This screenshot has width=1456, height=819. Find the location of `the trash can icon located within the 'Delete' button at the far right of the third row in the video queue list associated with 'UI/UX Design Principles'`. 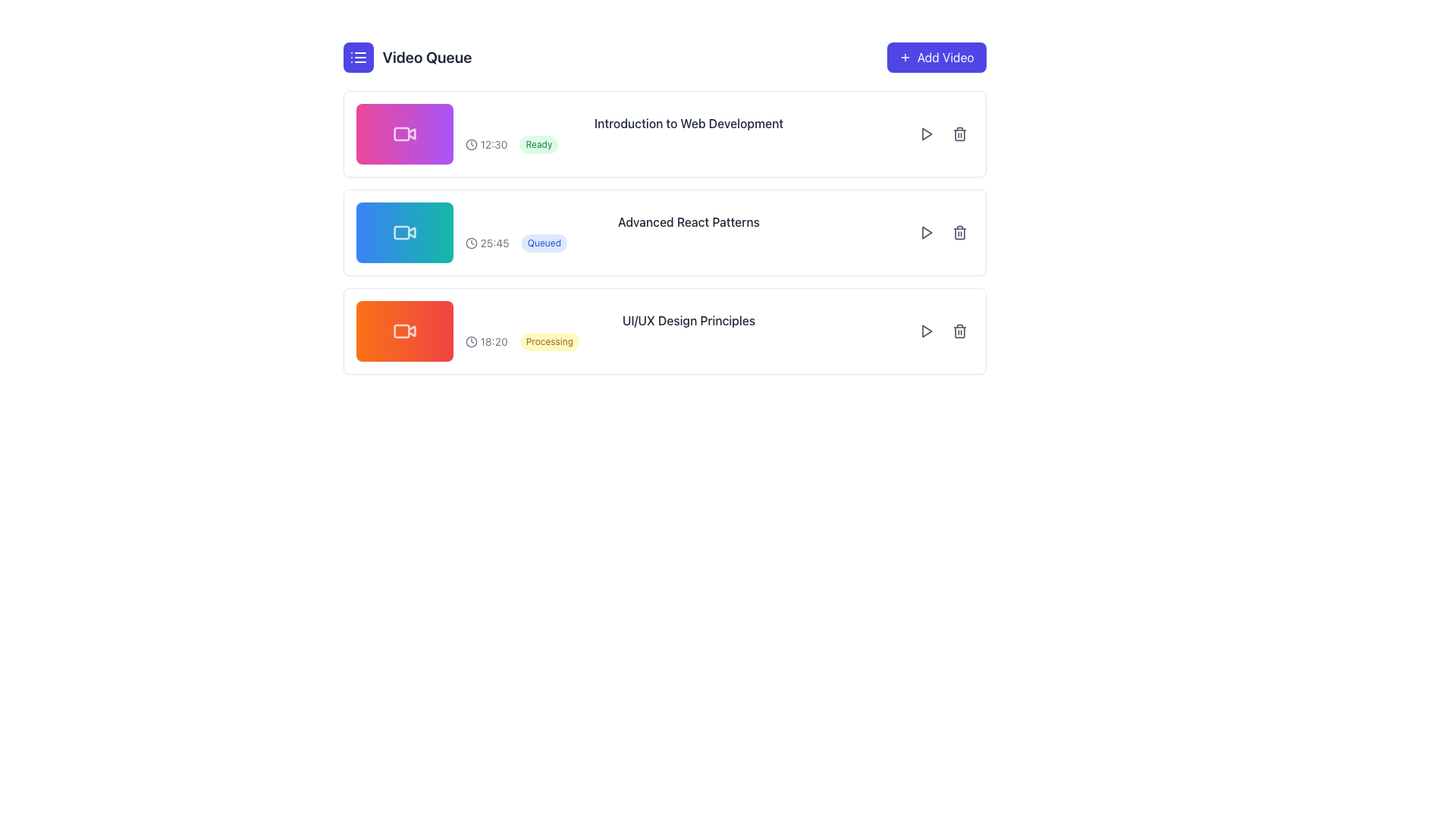

the trash can icon located within the 'Delete' button at the far right of the third row in the video queue list associated with 'UI/UX Design Principles' is located at coordinates (959, 330).